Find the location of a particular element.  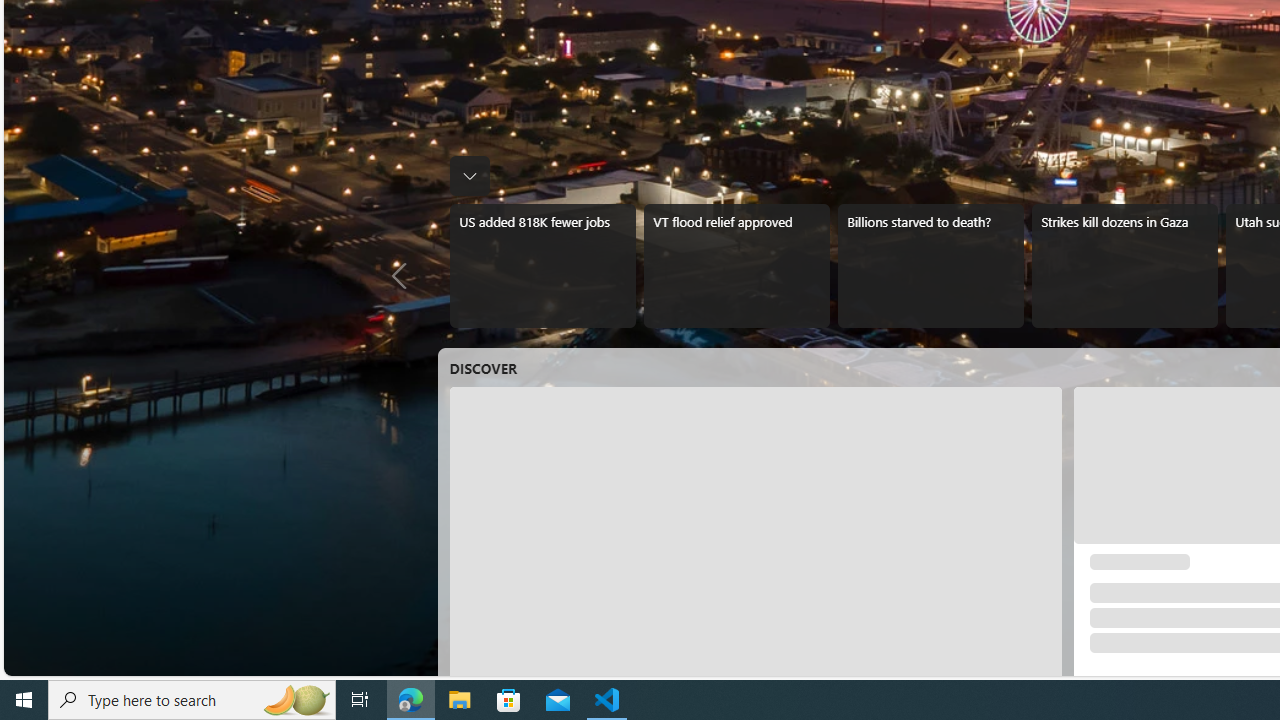

'US added 818K fewer jobs' is located at coordinates (542, 265).